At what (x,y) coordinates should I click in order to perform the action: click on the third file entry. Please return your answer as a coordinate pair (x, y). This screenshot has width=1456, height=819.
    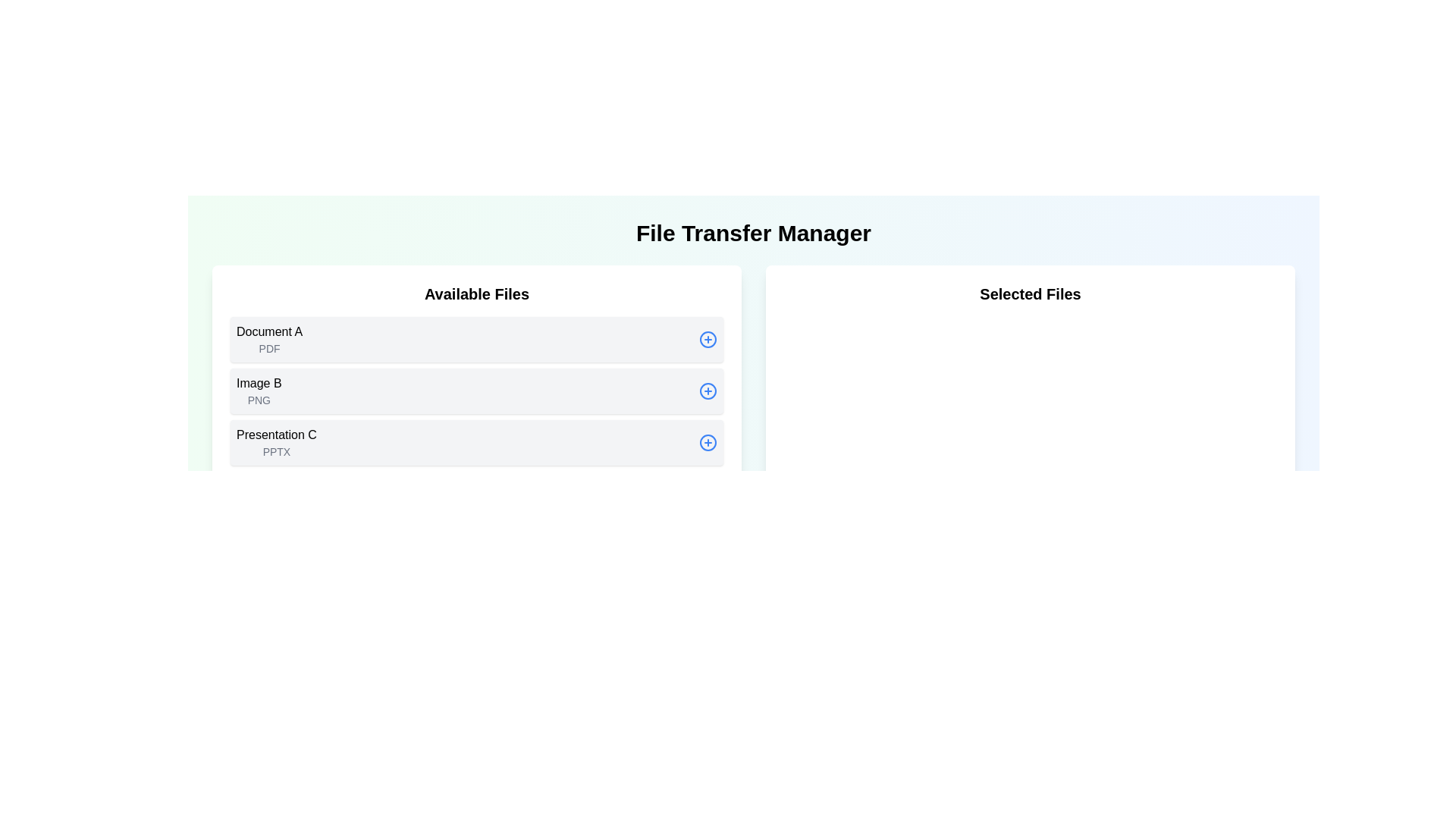
    Looking at the image, I should click on (276, 442).